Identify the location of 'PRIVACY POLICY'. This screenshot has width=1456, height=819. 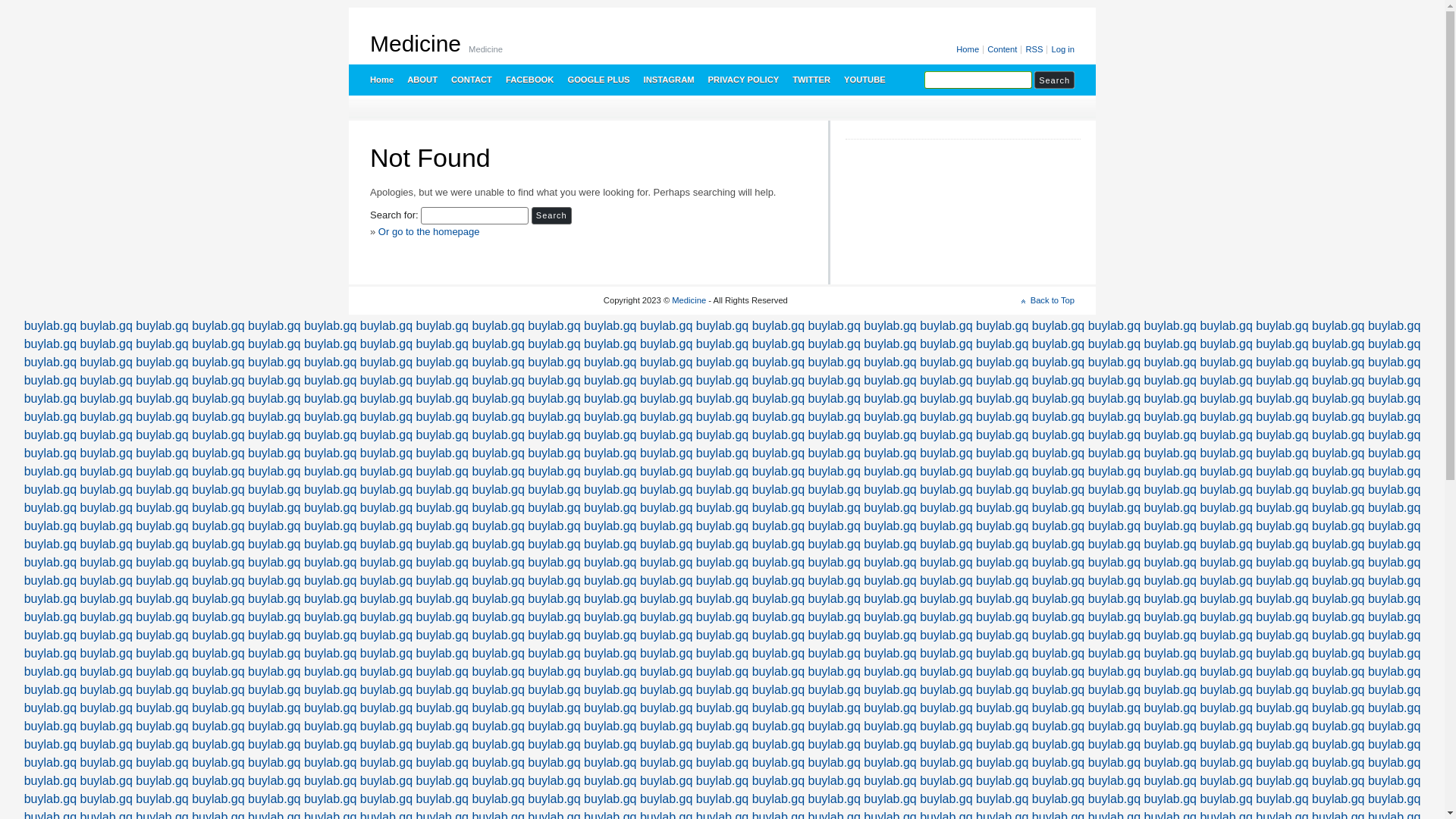
(742, 79).